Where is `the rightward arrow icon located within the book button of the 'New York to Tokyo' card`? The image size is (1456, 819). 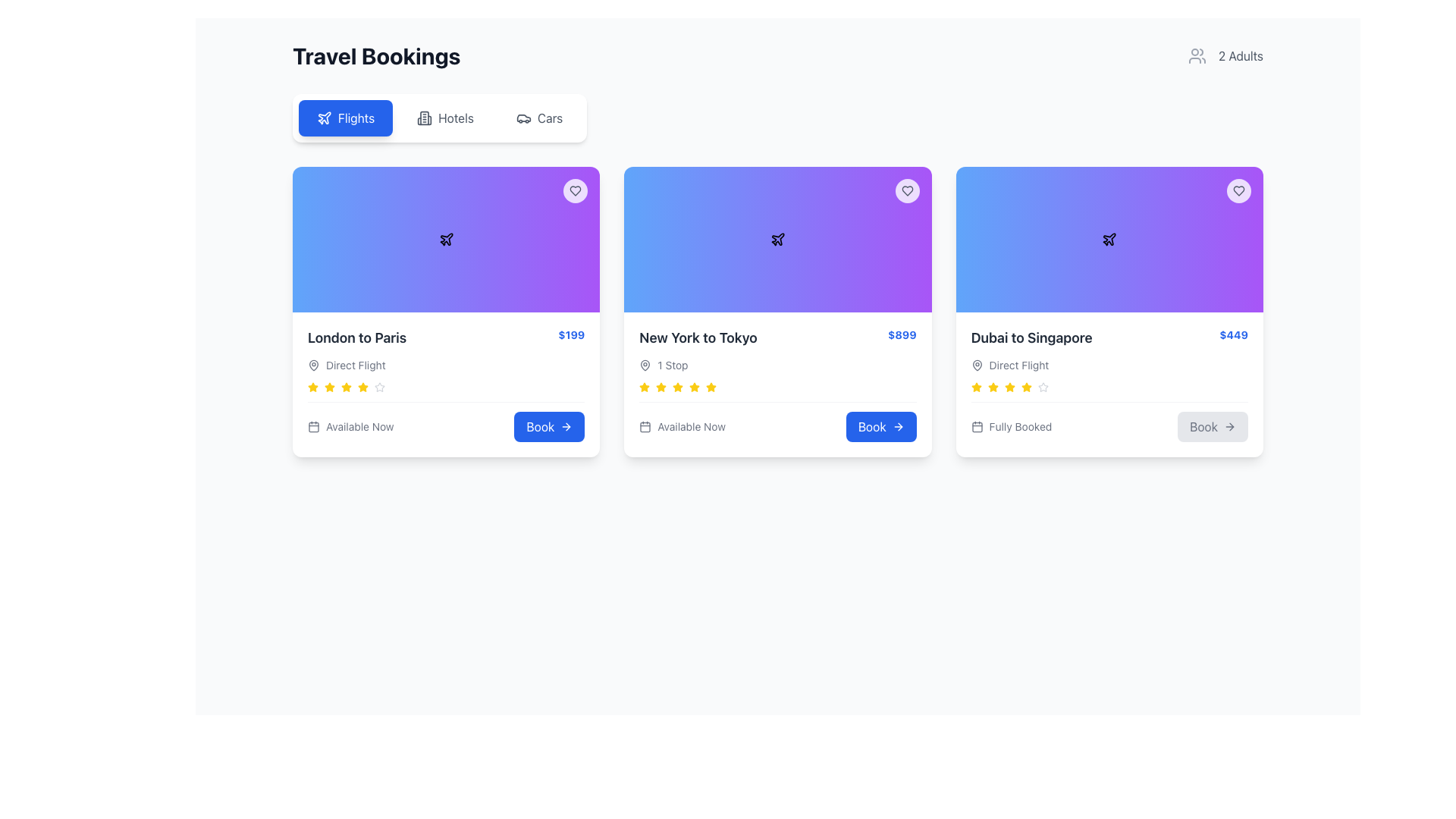
the rightward arrow icon located within the book button of the 'New York to Tokyo' card is located at coordinates (899, 427).